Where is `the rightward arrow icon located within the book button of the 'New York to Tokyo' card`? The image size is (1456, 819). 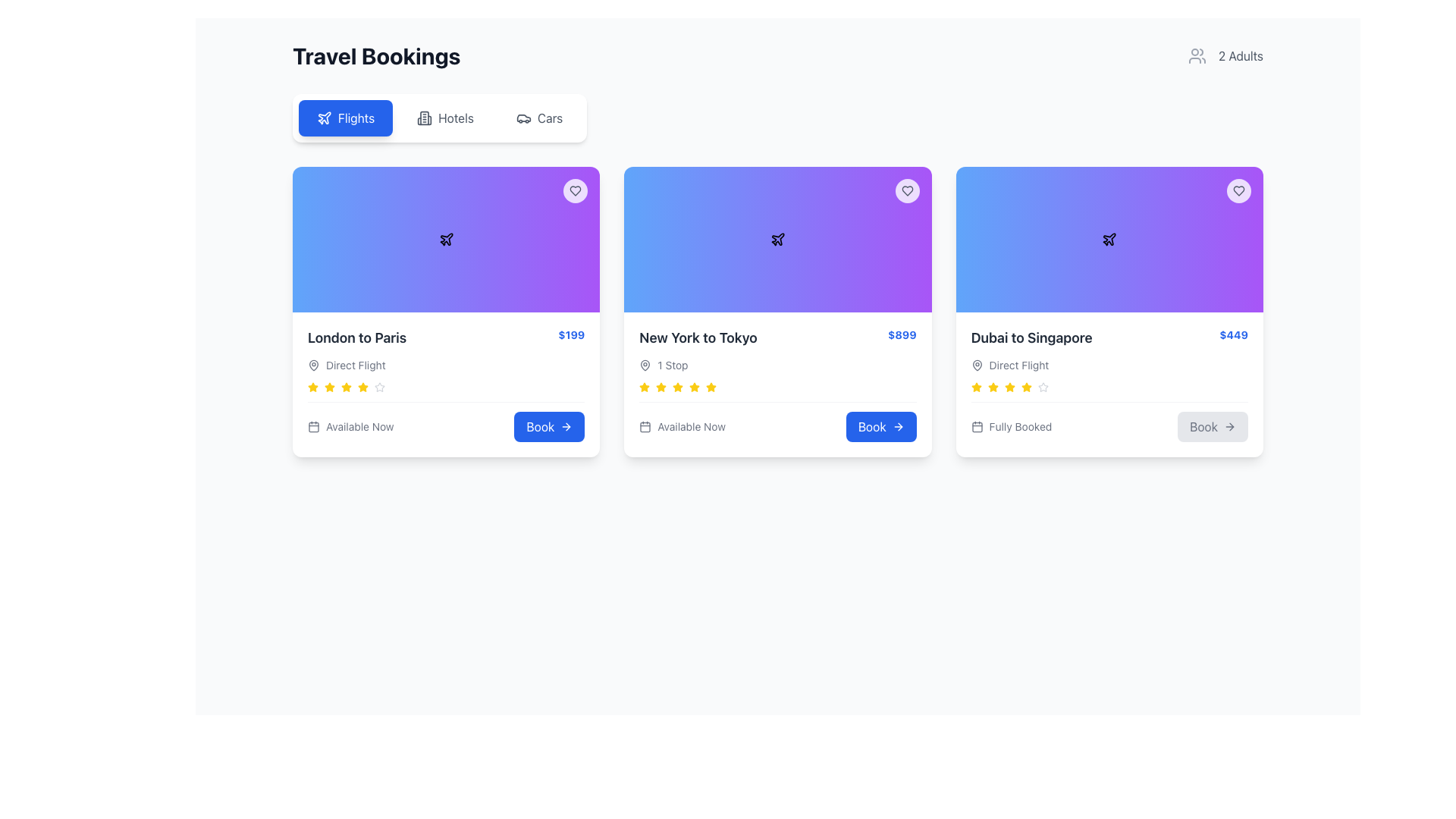
the rightward arrow icon located within the book button of the 'New York to Tokyo' card is located at coordinates (899, 427).